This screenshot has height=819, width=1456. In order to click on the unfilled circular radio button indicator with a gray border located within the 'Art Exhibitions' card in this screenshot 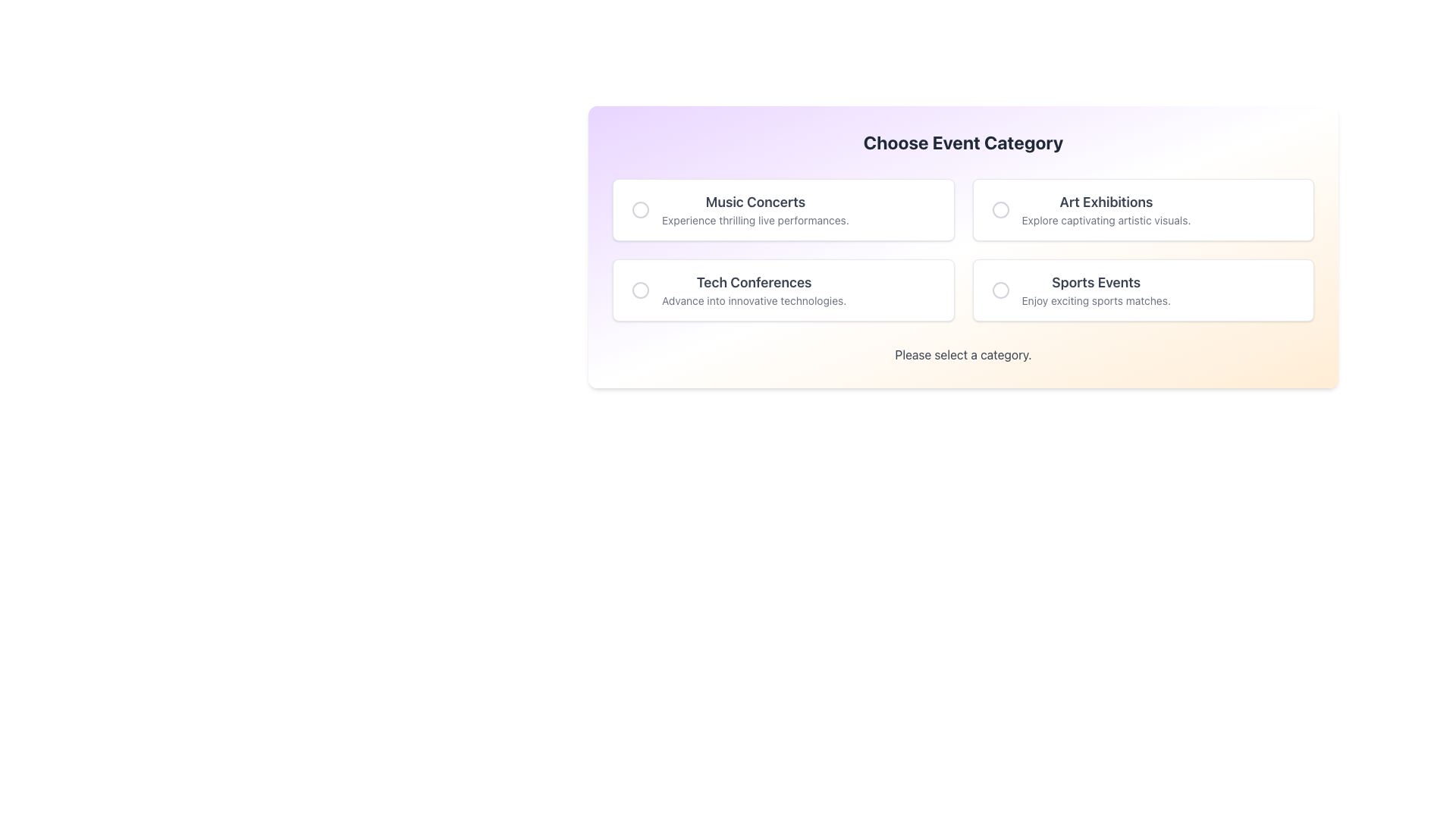, I will do `click(1000, 210)`.